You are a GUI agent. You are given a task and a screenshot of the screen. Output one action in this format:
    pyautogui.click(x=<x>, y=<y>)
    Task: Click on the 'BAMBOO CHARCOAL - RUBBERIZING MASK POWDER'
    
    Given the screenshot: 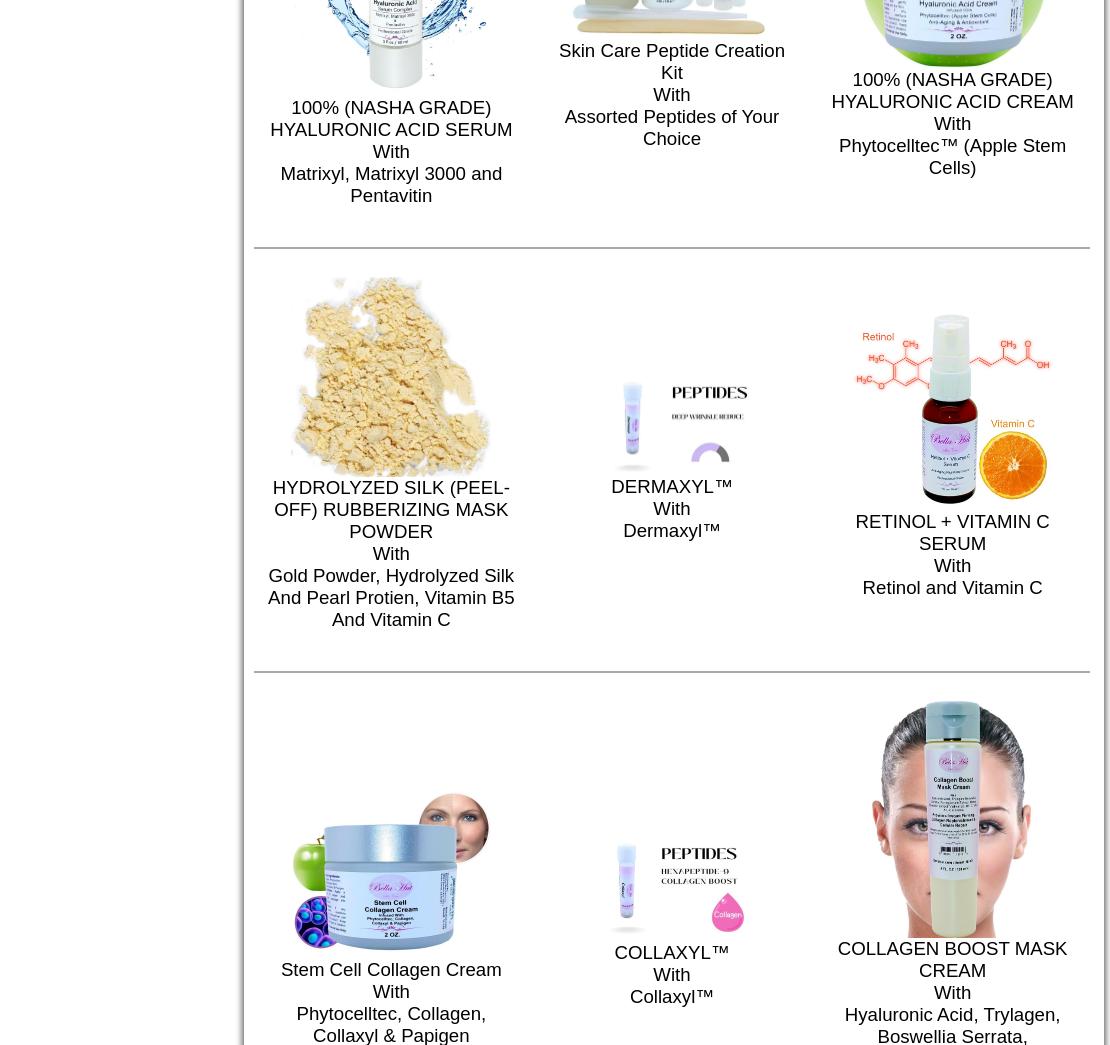 What is the action you would take?
    pyautogui.click(x=552, y=463)
    